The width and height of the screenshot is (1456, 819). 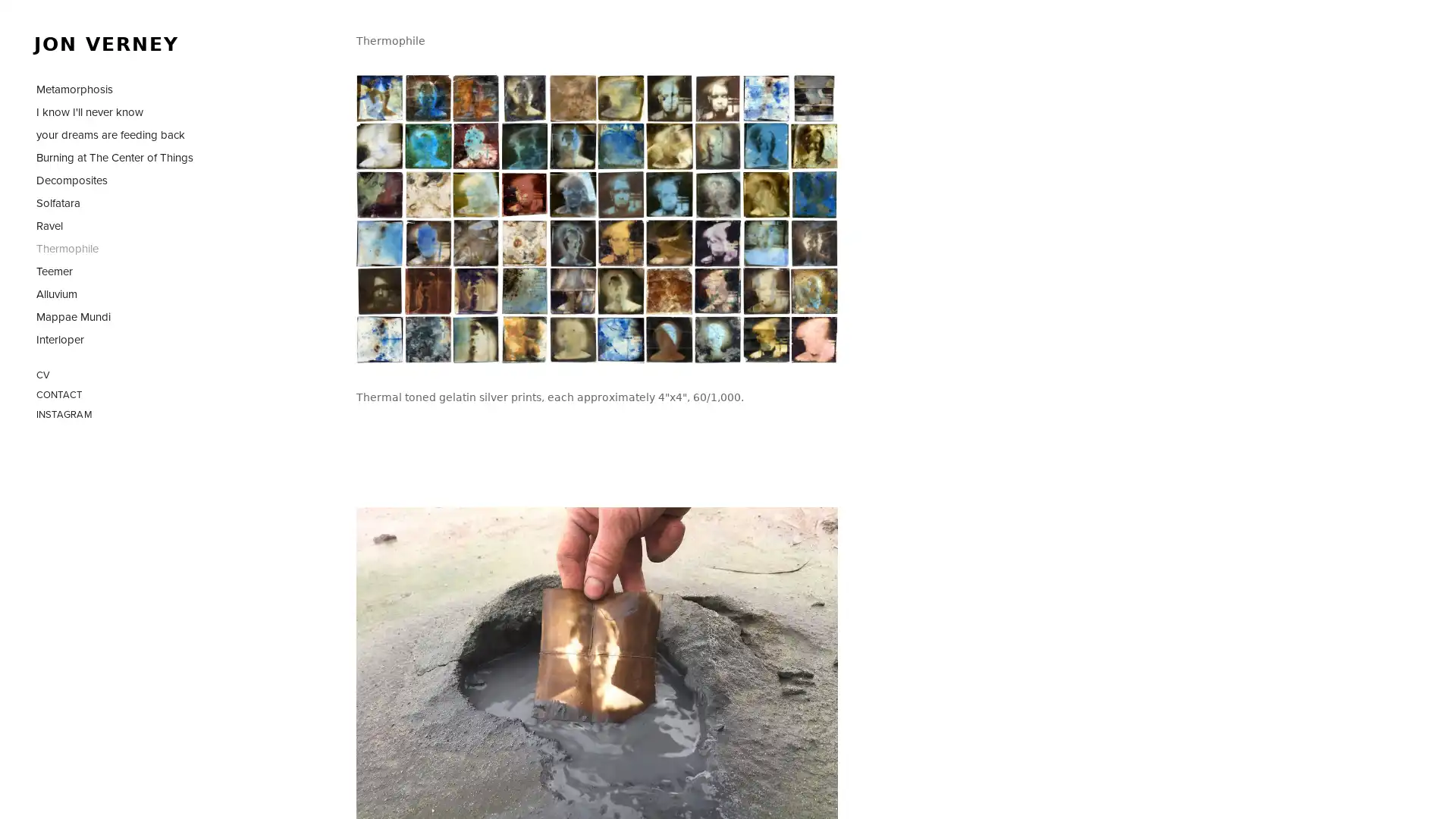 What do you see at coordinates (716, 193) in the screenshot?
I see `View fullsize jon_verney_thermophile_41.jpg` at bounding box center [716, 193].